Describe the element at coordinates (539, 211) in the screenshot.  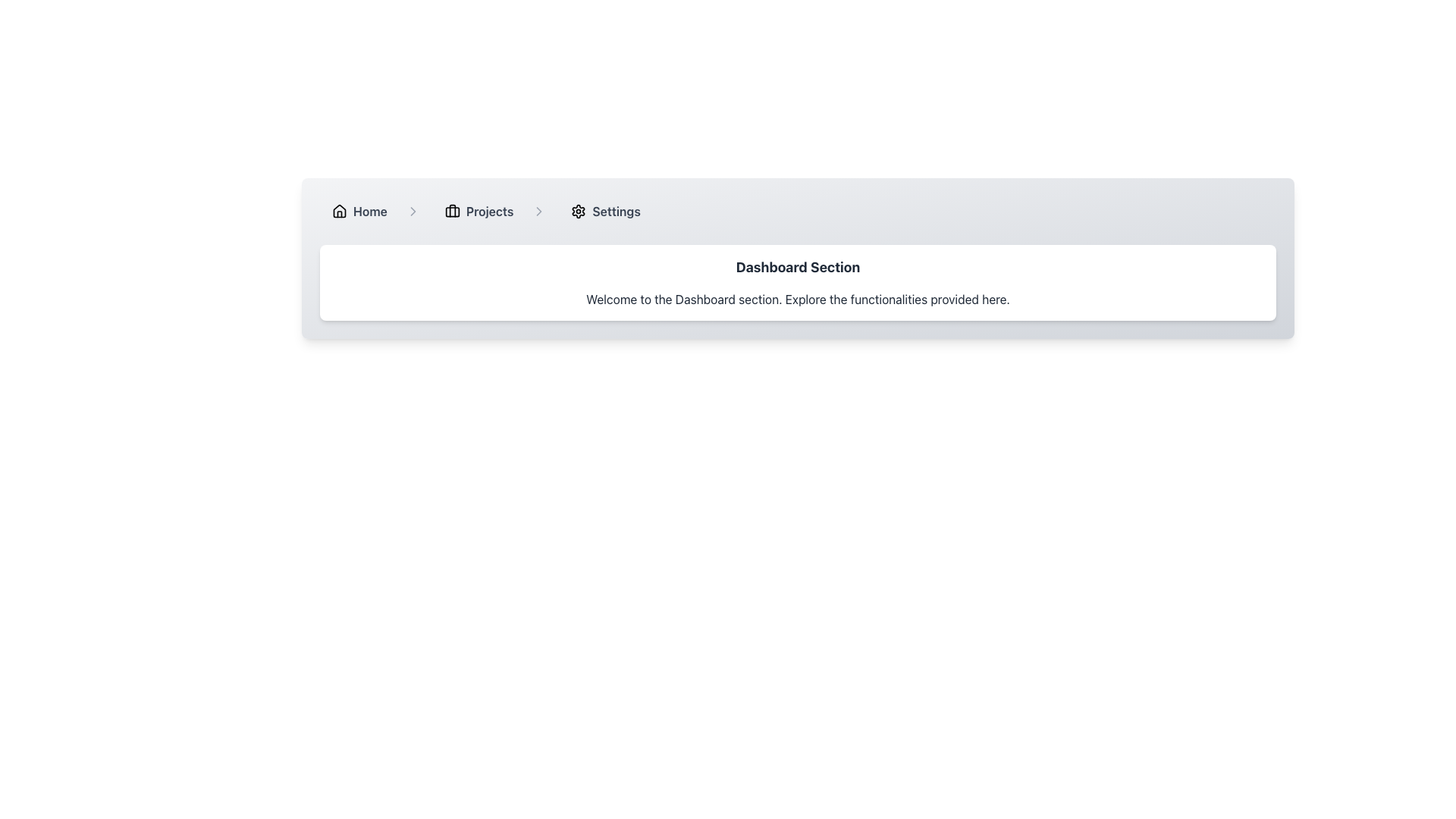
I see `the Chevron/Arrow Icon located in the navigation bar, positioned between the 'Projects' label and the 'Settings' icon` at that location.